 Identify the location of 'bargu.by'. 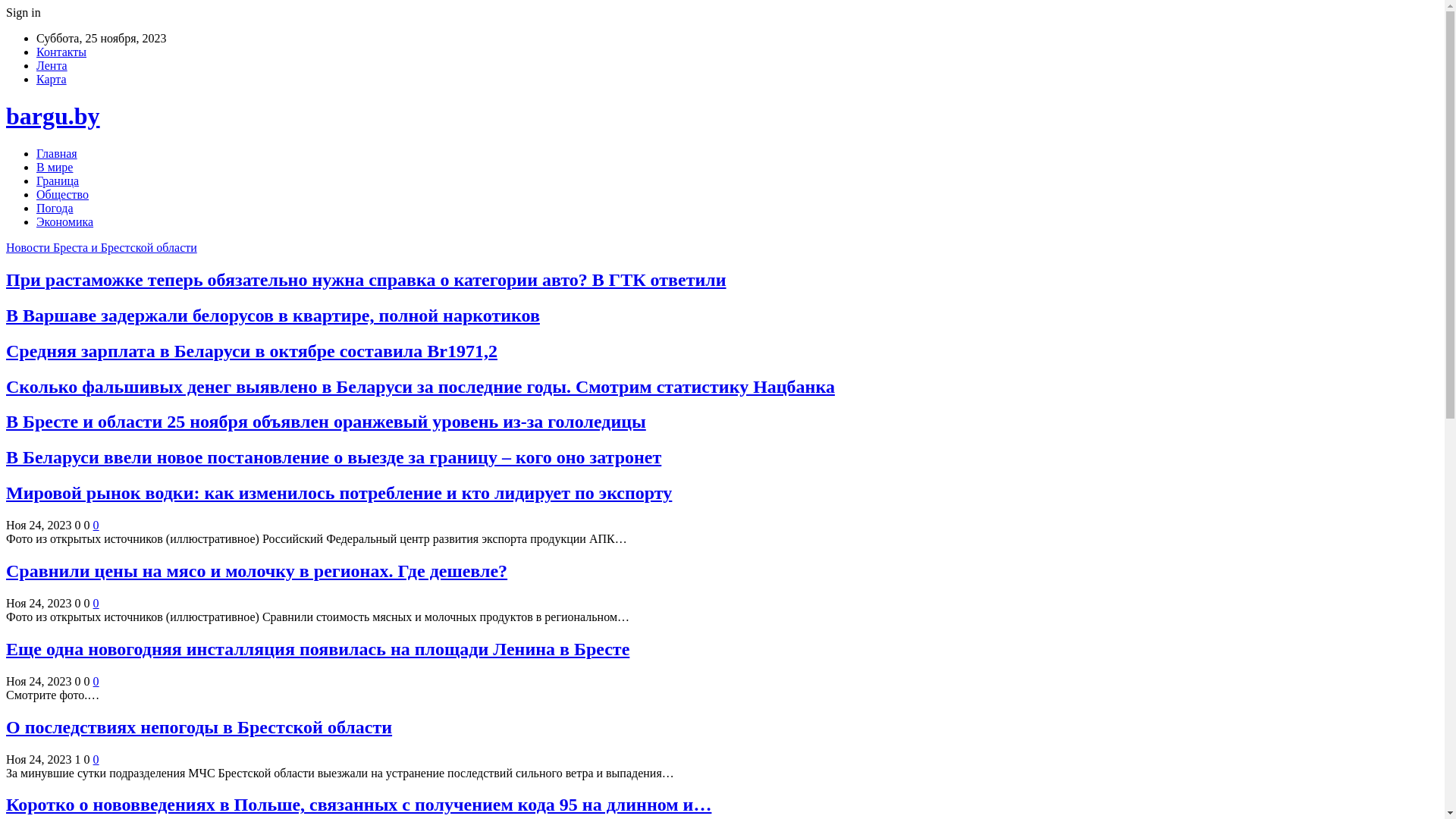
(53, 115).